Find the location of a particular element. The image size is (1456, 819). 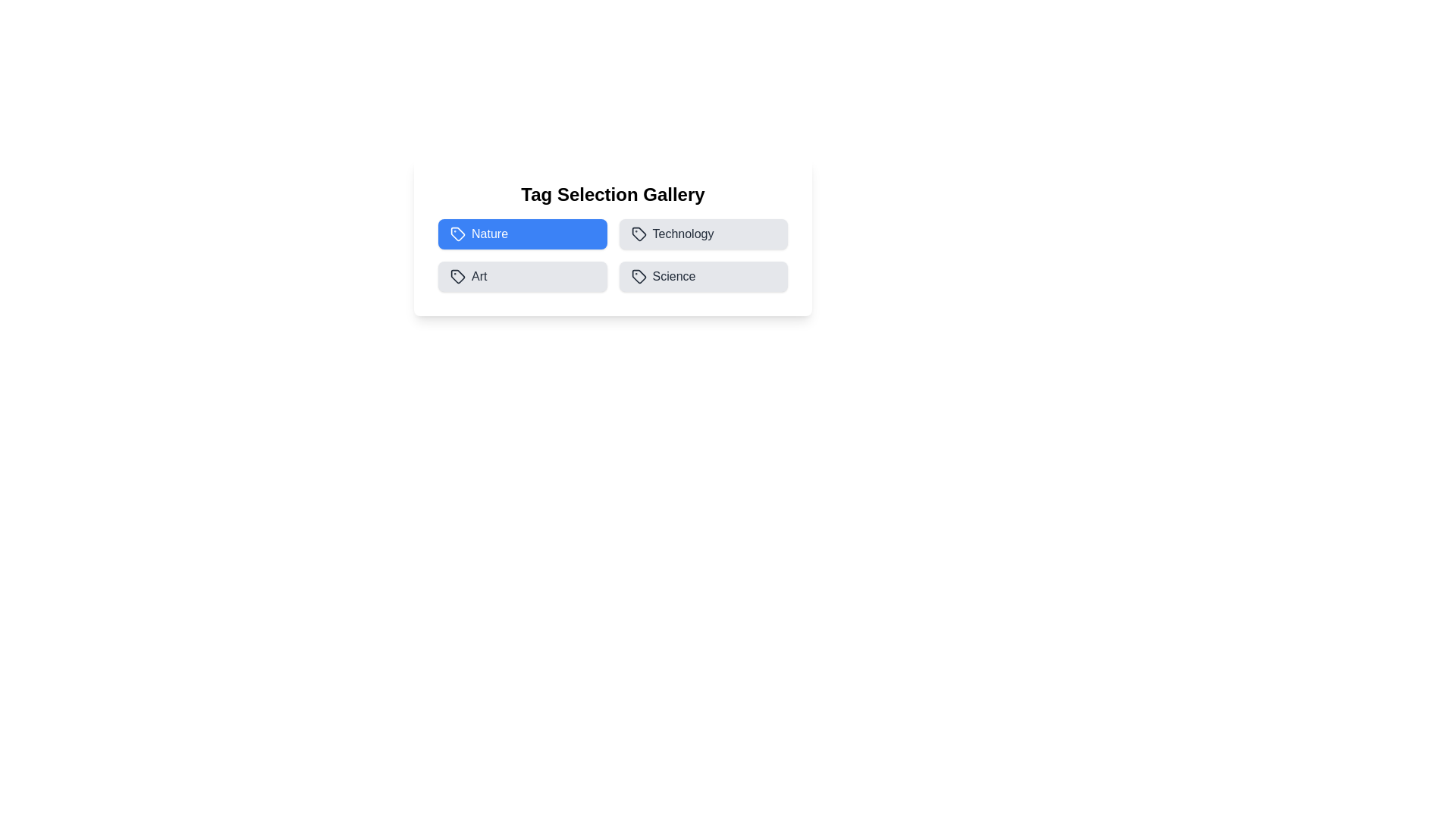

the Nature tag is located at coordinates (522, 234).